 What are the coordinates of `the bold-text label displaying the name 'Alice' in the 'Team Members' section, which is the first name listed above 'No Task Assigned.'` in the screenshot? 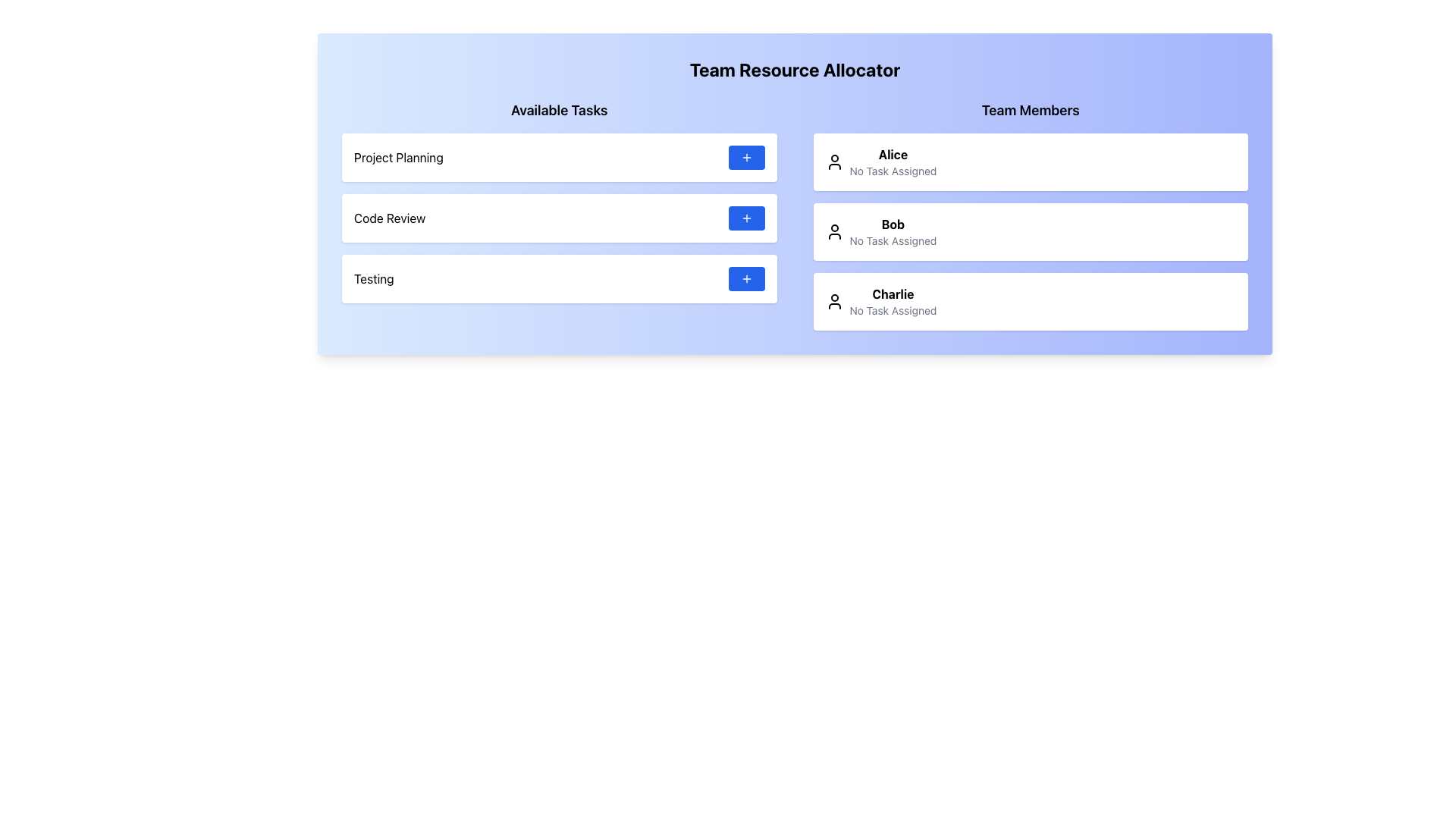 It's located at (893, 155).